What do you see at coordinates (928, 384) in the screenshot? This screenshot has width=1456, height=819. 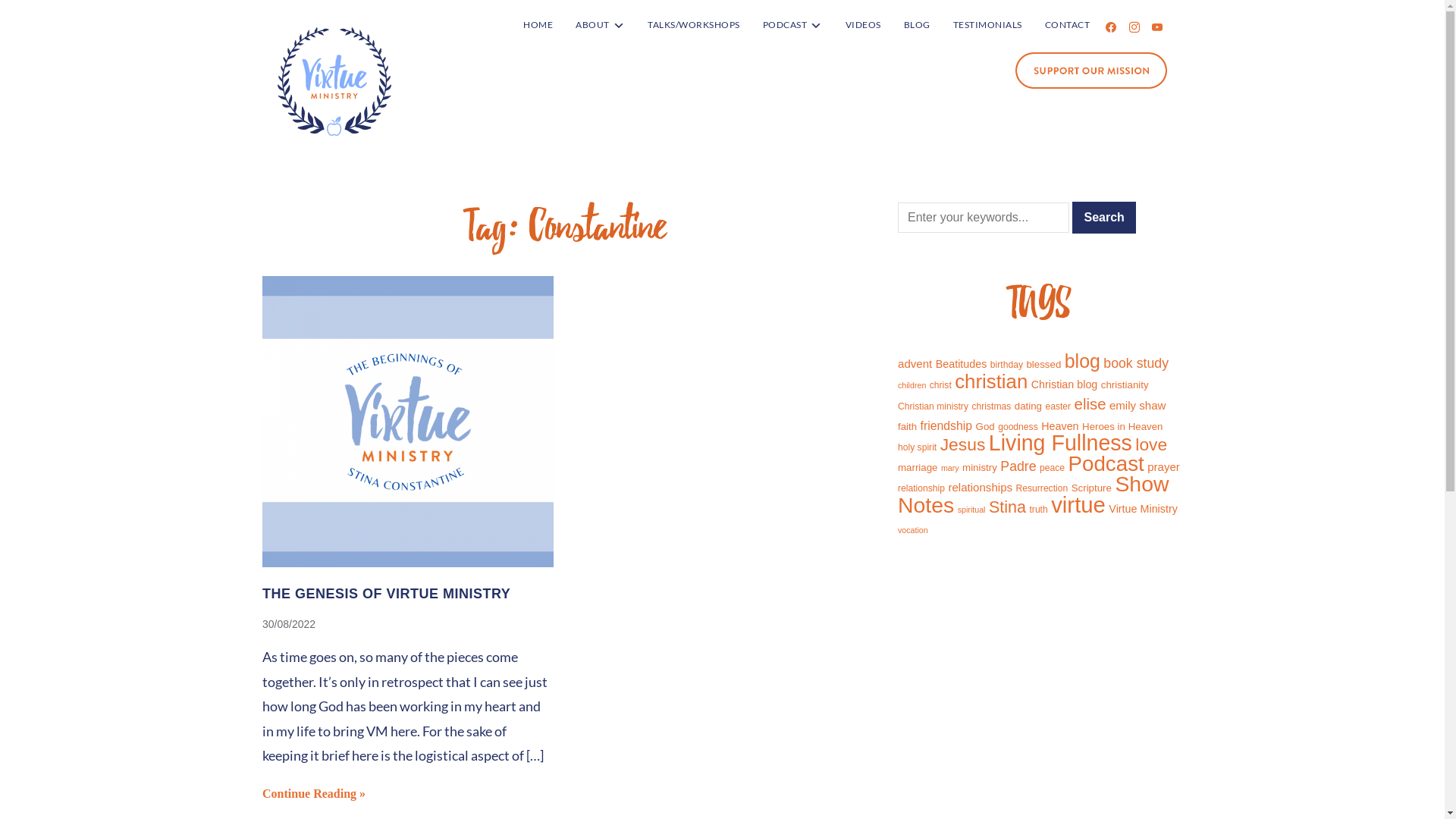 I see `'christ'` at bounding box center [928, 384].